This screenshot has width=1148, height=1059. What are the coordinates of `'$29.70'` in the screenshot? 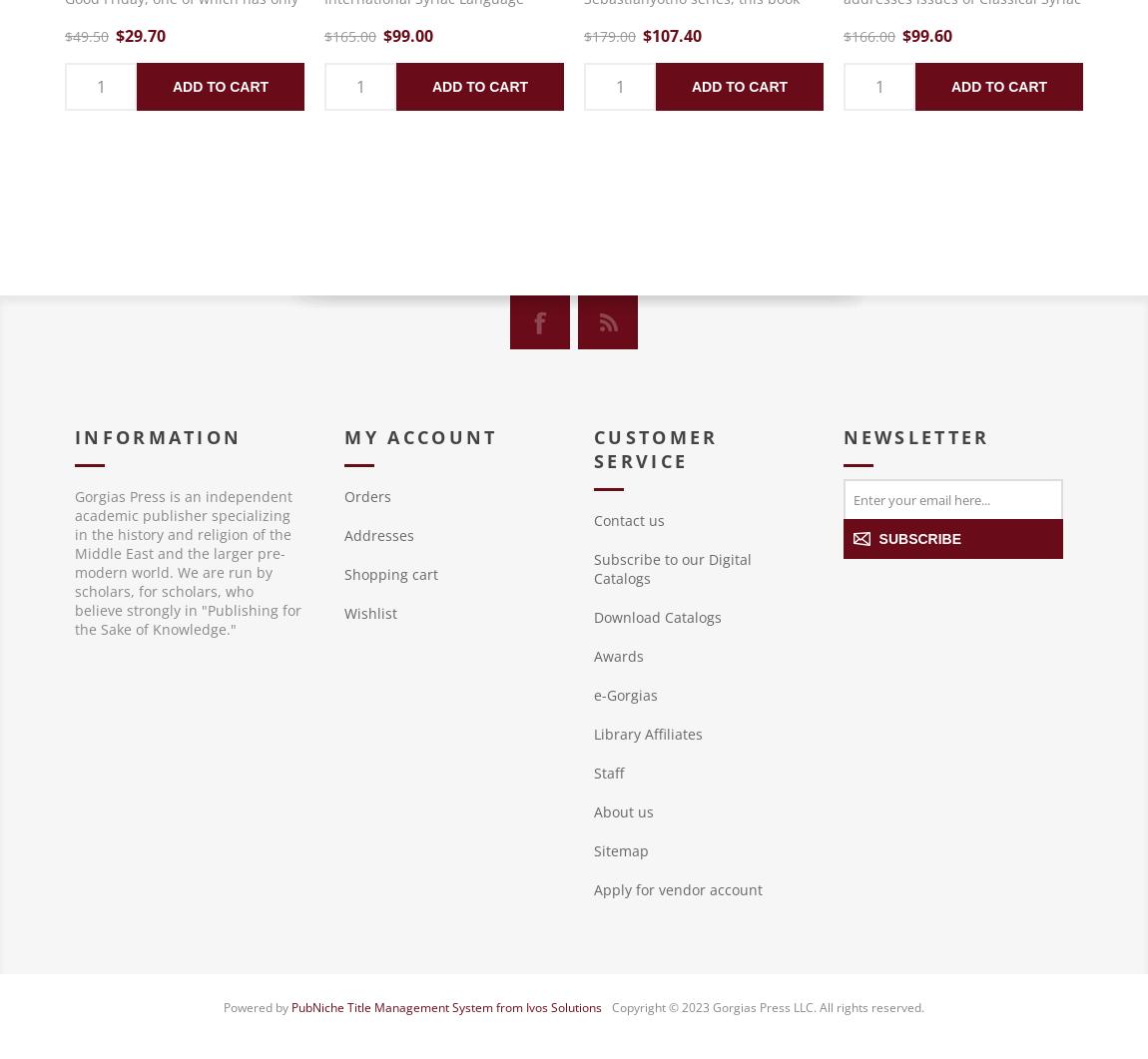 It's located at (139, 35).